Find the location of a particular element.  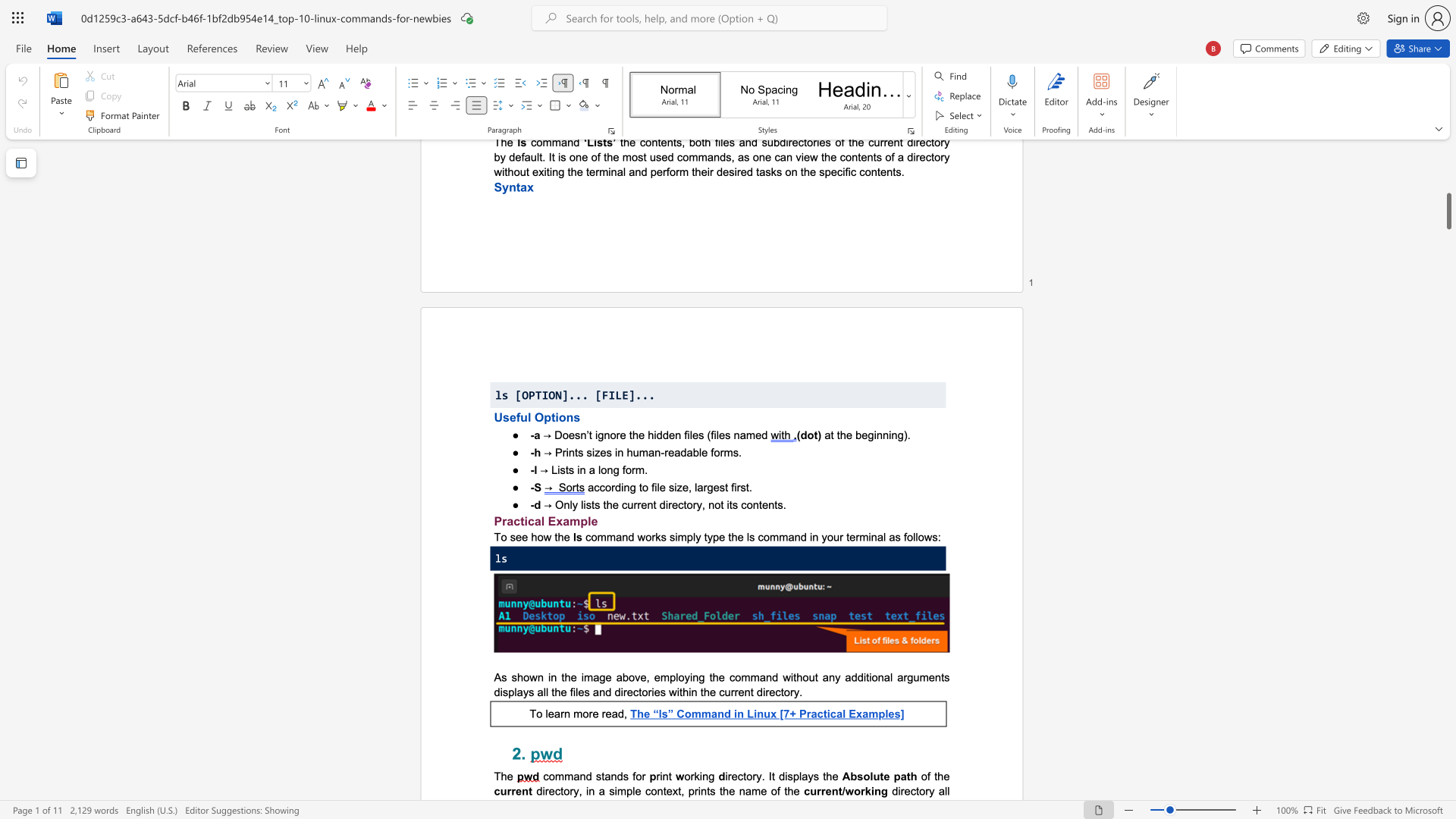

the subset text "s for" within the text "command stands for" is located at coordinates (623, 776).